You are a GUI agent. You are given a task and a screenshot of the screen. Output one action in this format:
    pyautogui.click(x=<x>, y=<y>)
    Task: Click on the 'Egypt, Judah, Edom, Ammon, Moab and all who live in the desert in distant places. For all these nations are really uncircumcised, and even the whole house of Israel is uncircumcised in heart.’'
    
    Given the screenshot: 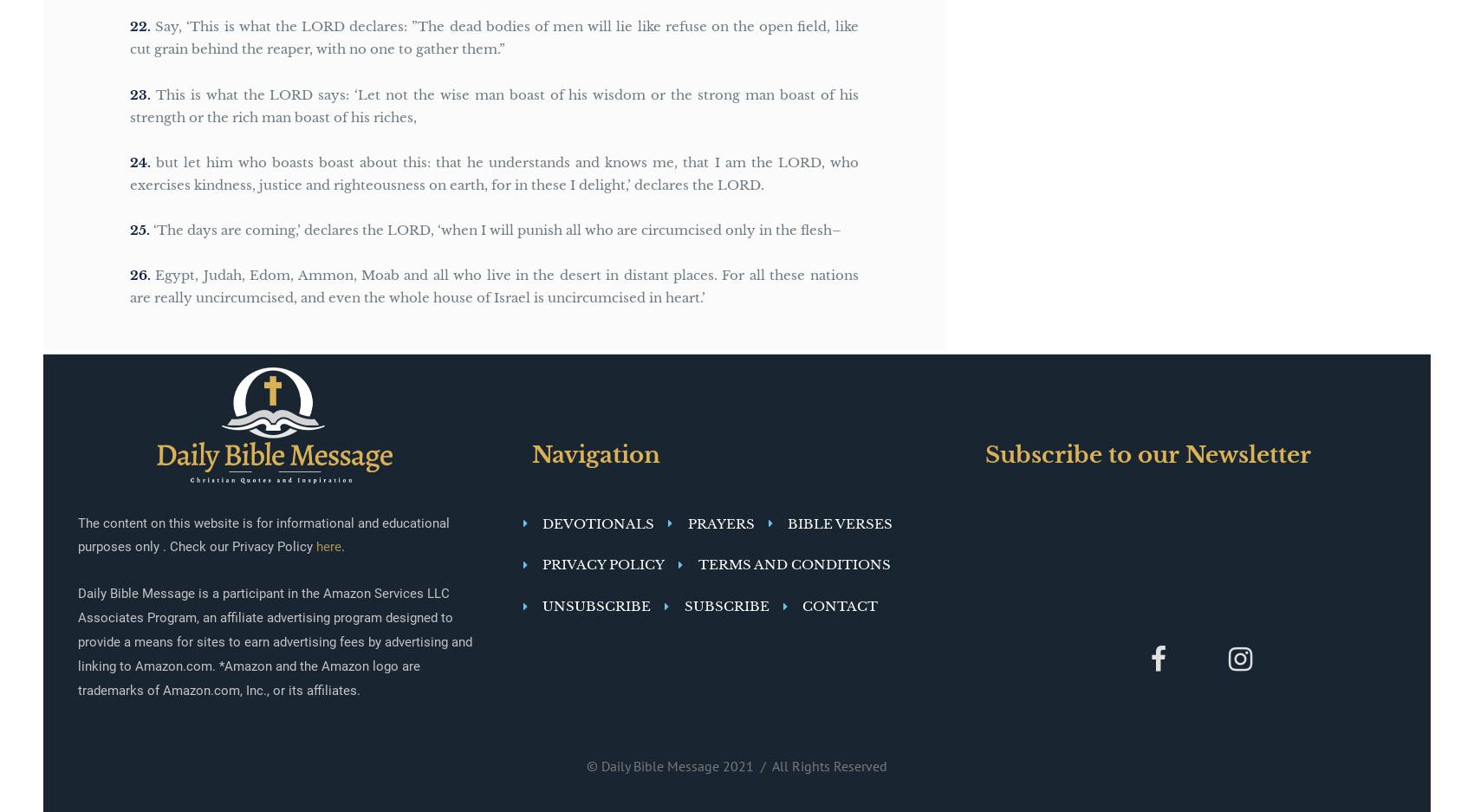 What is the action you would take?
    pyautogui.click(x=494, y=286)
    